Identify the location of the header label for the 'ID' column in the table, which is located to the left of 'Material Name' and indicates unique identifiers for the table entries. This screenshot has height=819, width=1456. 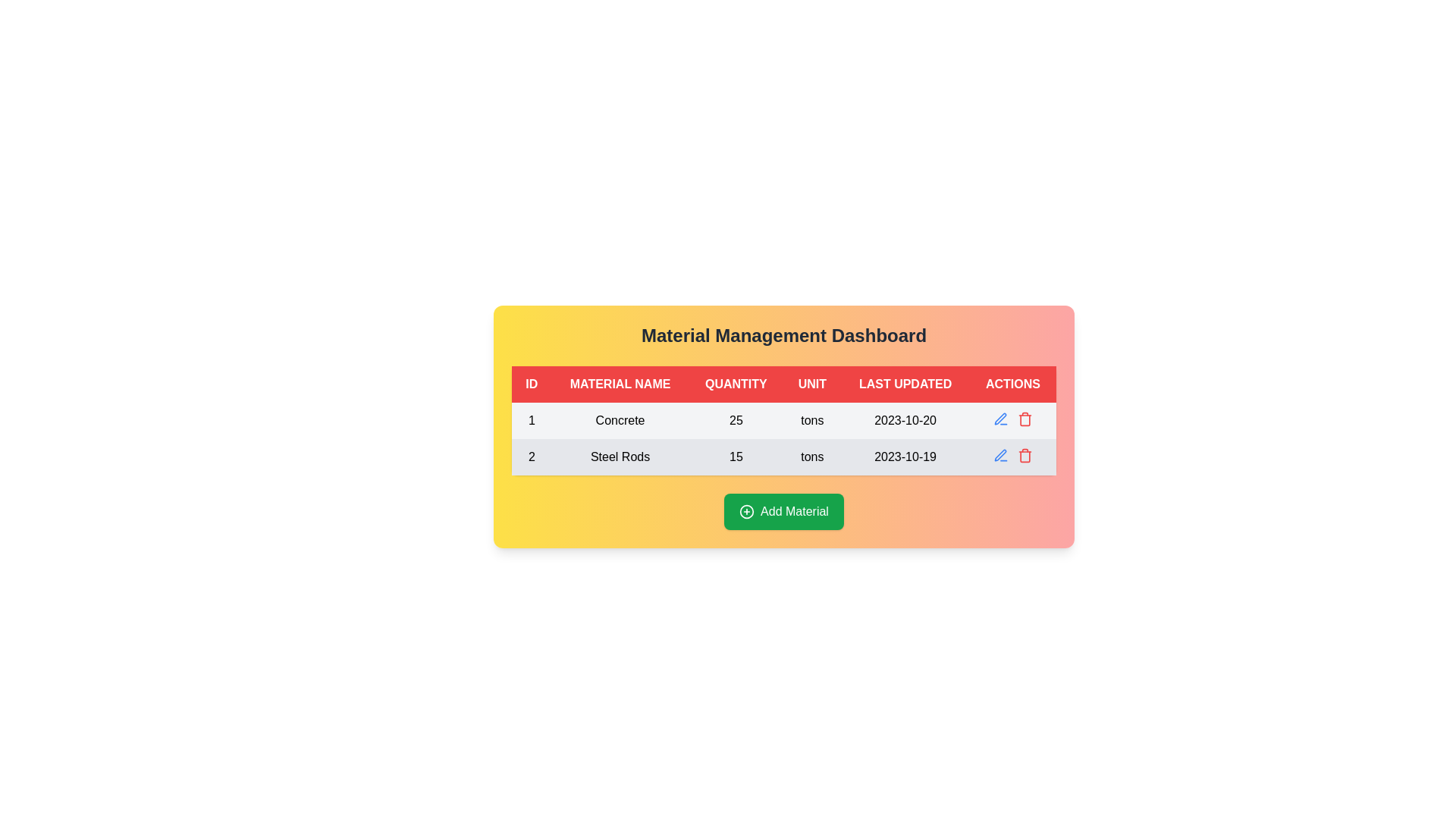
(532, 383).